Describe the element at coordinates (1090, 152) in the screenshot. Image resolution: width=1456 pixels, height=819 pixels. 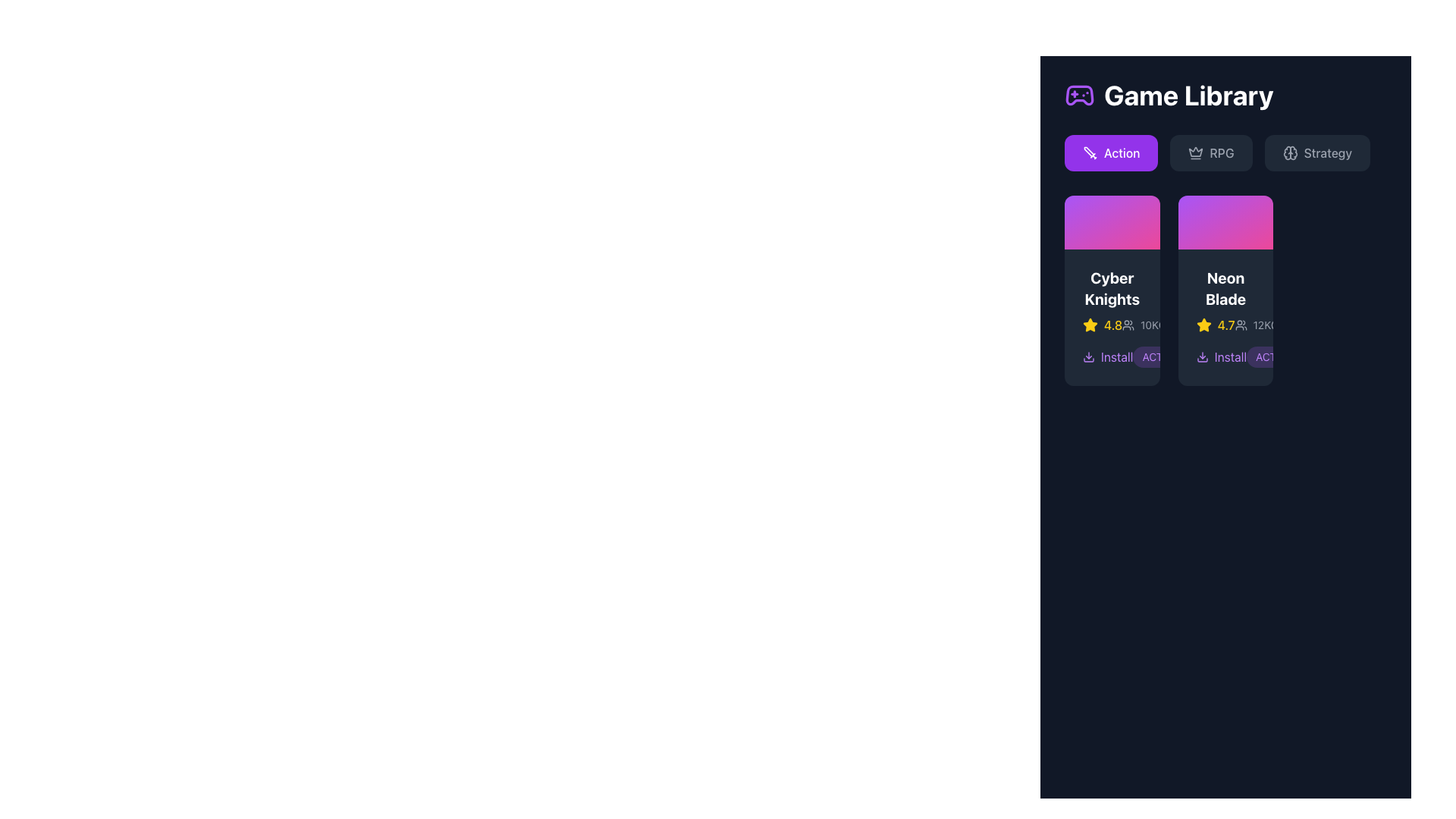
I see `the sword-shaped icon with a purple background and white outline, located to the left of the text 'Action' within the purple button under the 'Game Library' title` at that location.